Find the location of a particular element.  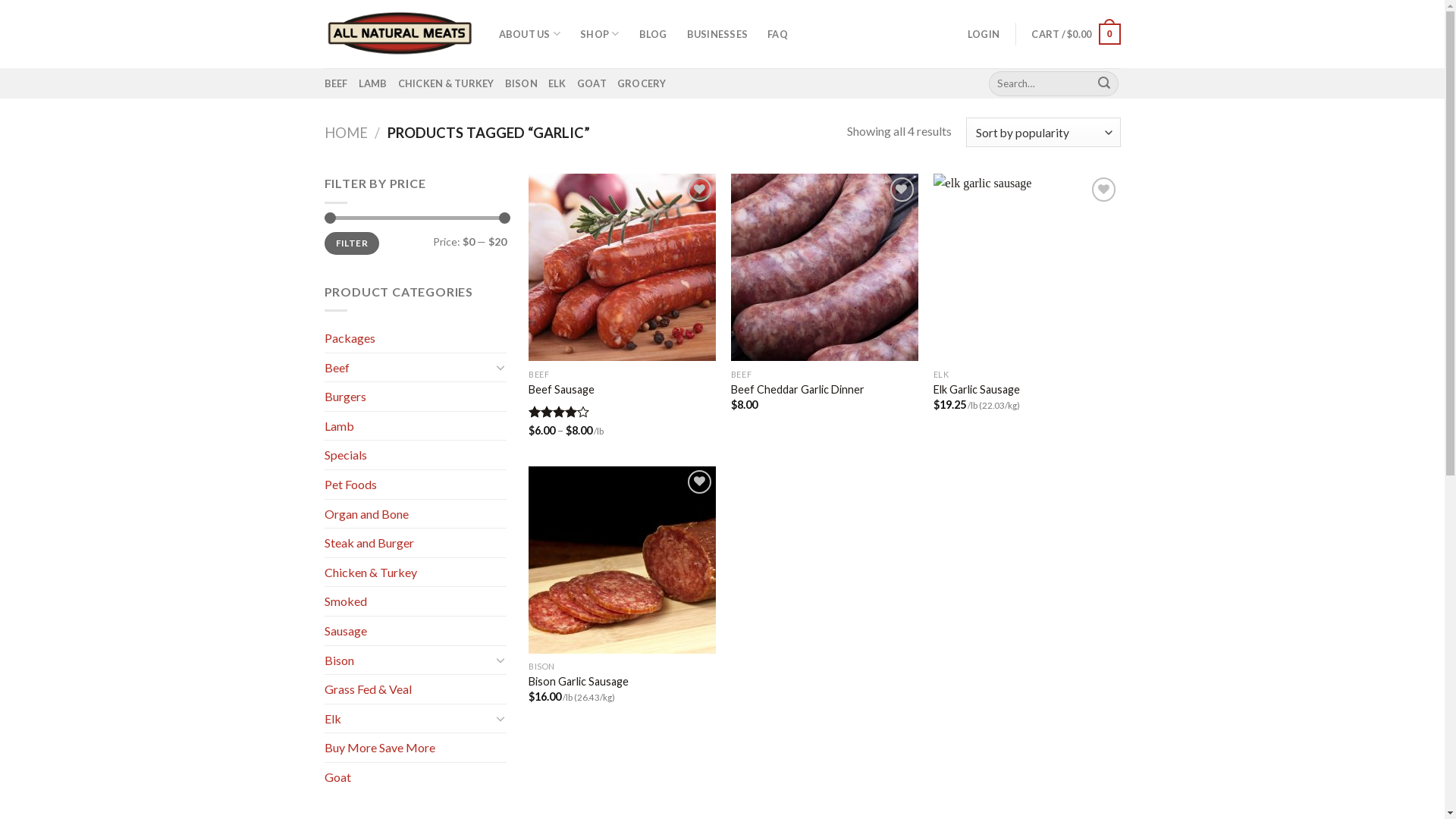

'BLOG' is located at coordinates (652, 34).